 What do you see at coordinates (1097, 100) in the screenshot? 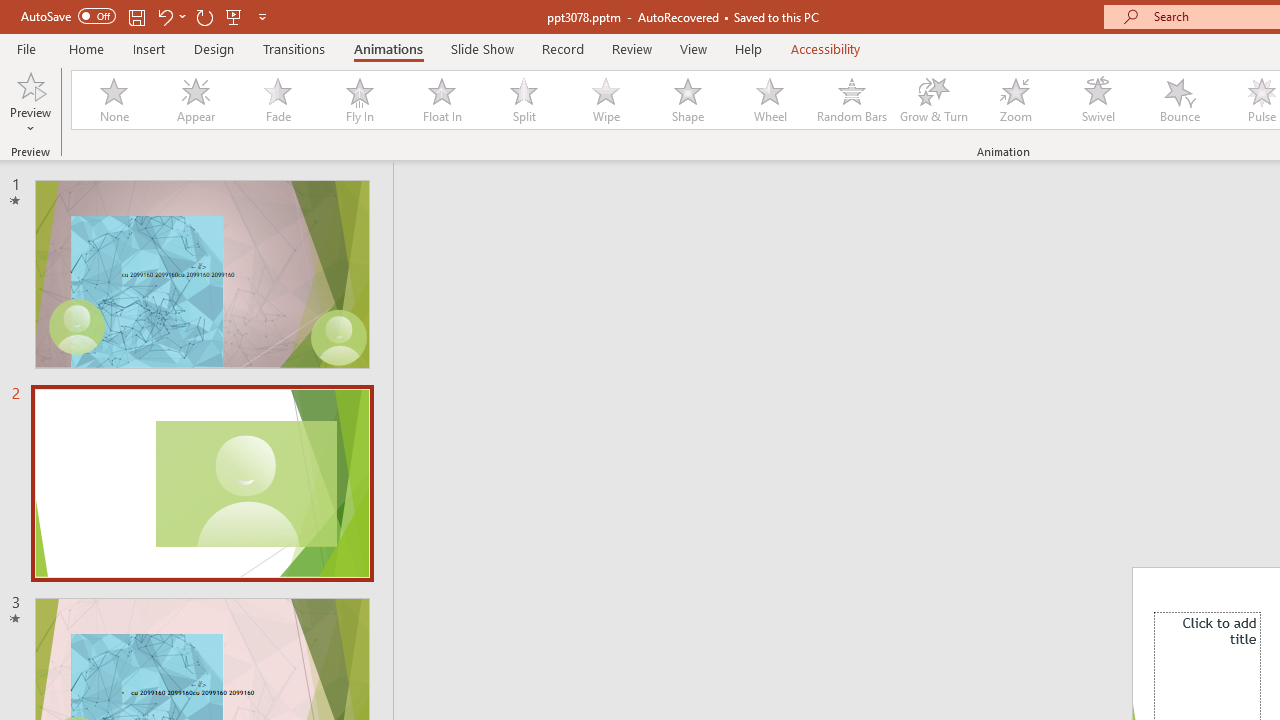
I see `'Swivel'` at bounding box center [1097, 100].